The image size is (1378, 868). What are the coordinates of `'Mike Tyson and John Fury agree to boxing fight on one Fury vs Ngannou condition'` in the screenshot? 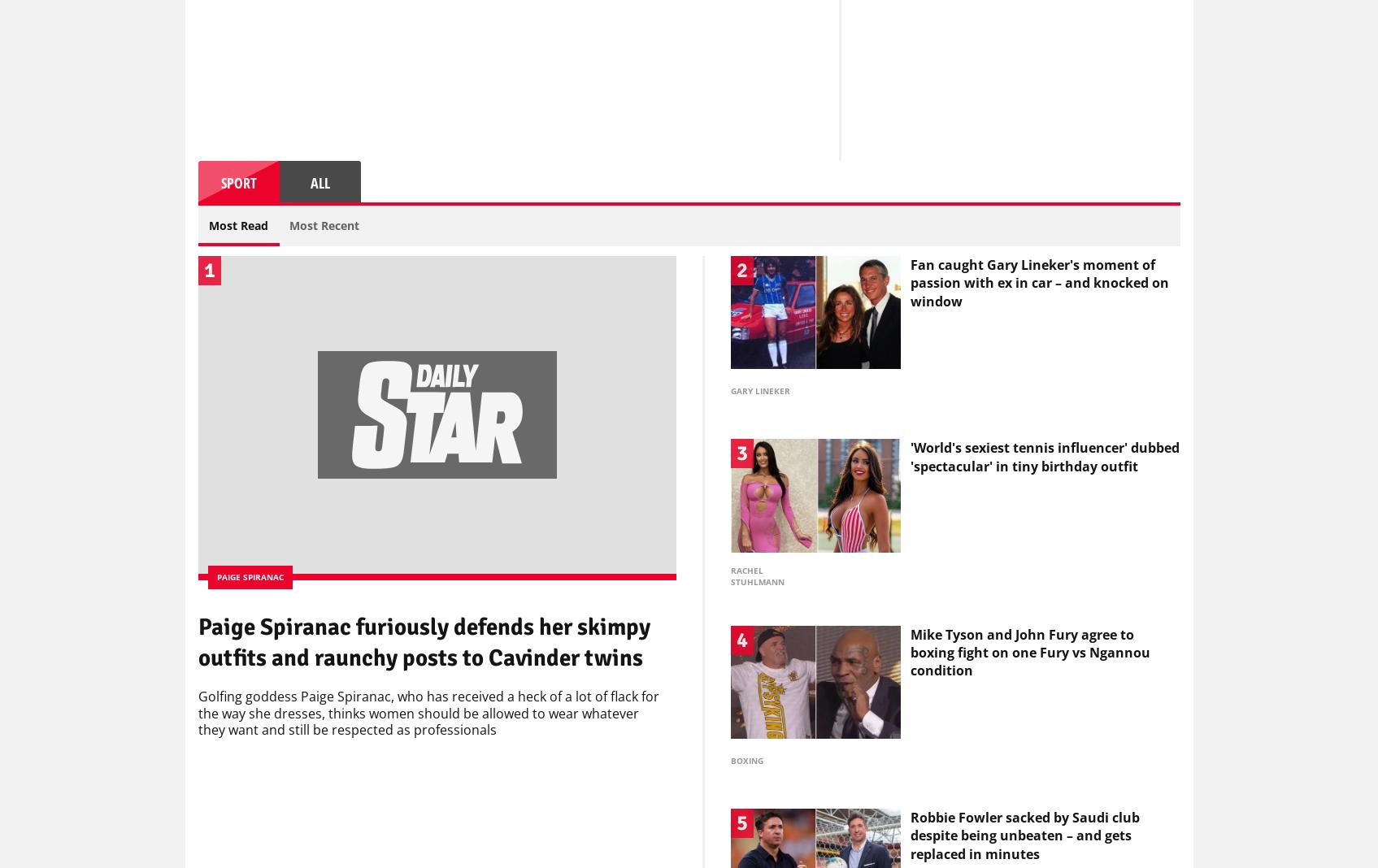 It's located at (909, 656).